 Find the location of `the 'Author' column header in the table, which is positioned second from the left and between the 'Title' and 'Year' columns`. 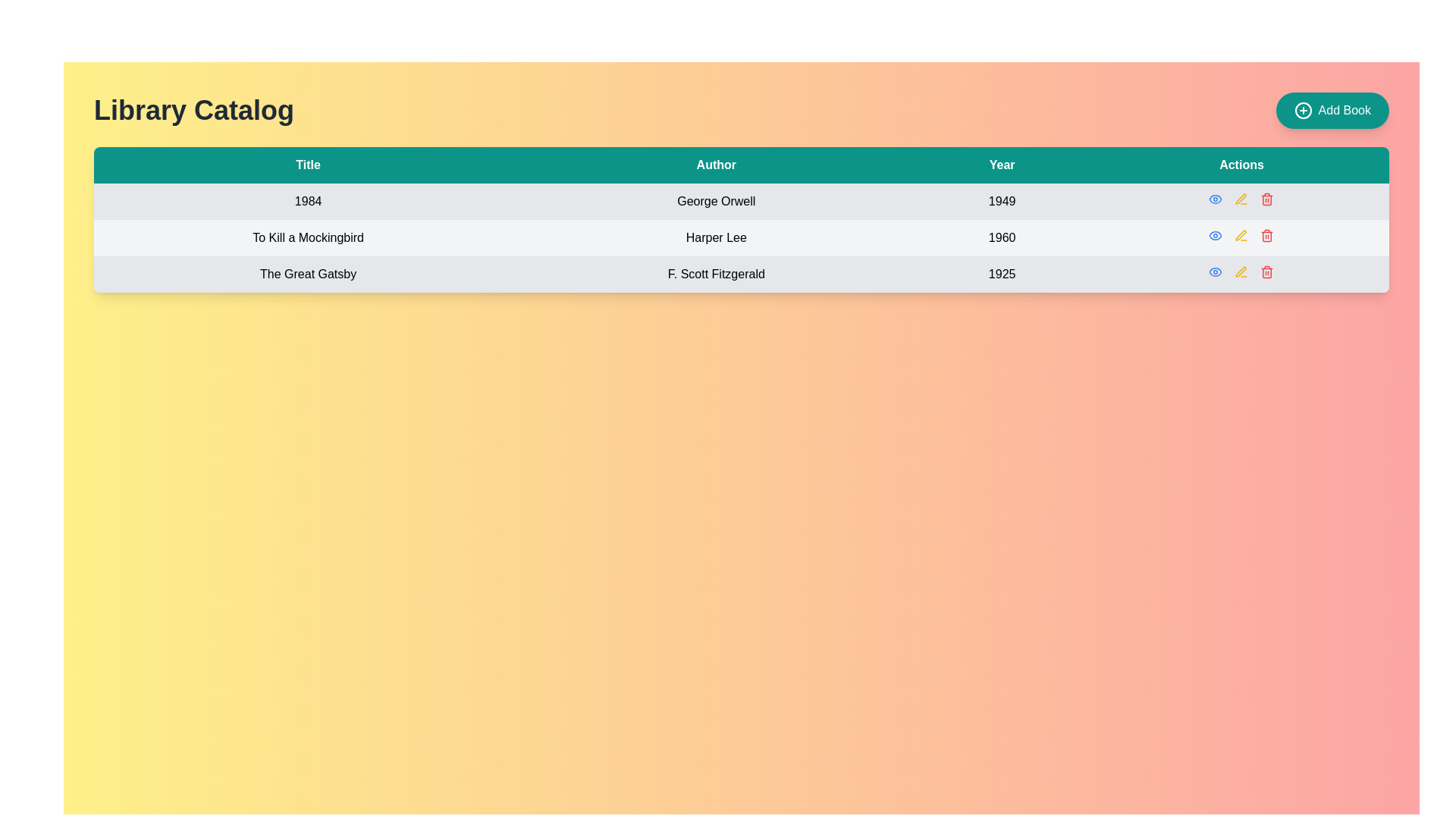

the 'Author' column header in the table, which is positioned second from the left and between the 'Title' and 'Year' columns is located at coordinates (715, 165).